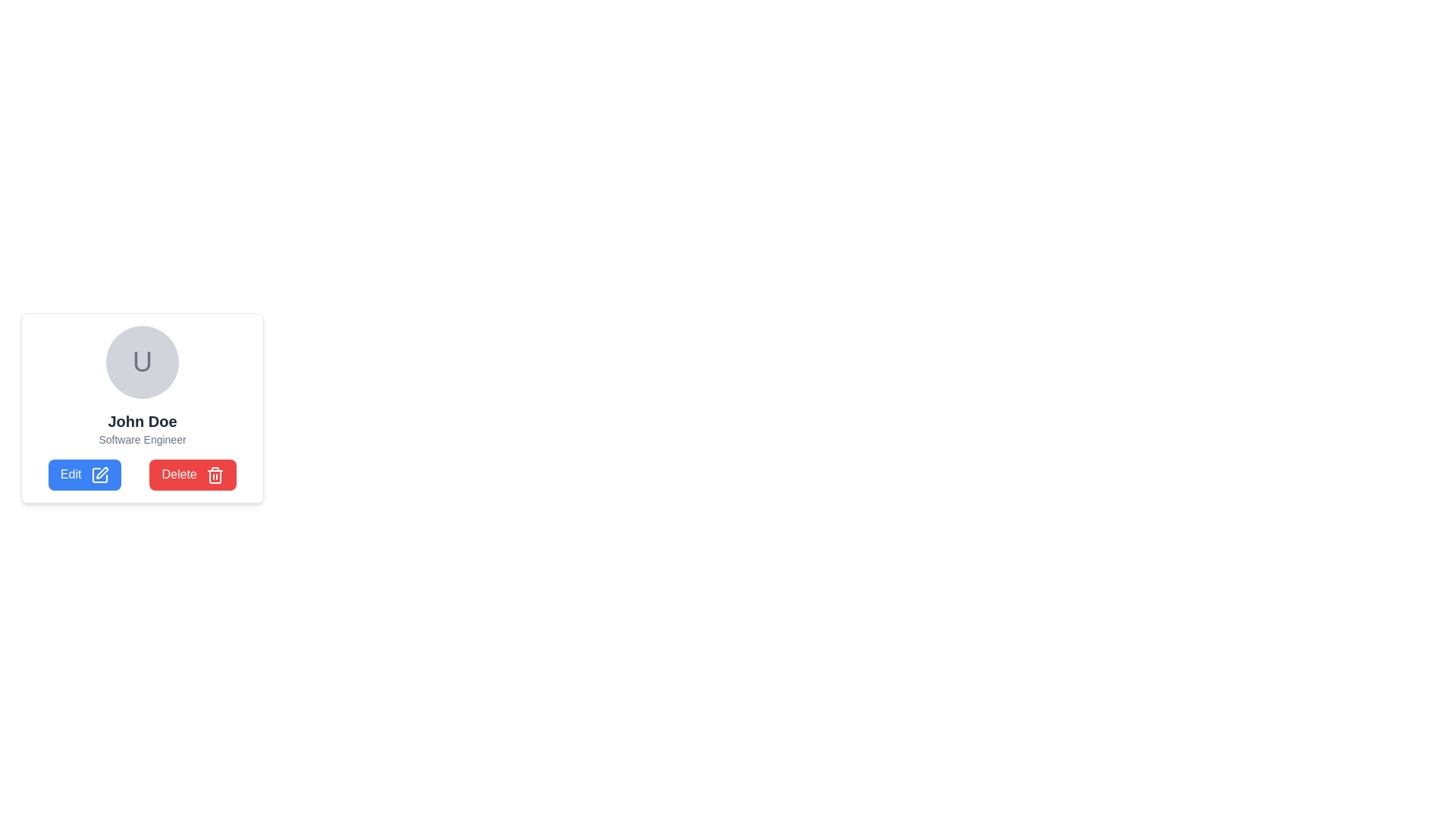 This screenshot has height=819, width=1456. What do you see at coordinates (99, 474) in the screenshot?
I see `the pencil icon next to the 'Edit' text` at bounding box center [99, 474].